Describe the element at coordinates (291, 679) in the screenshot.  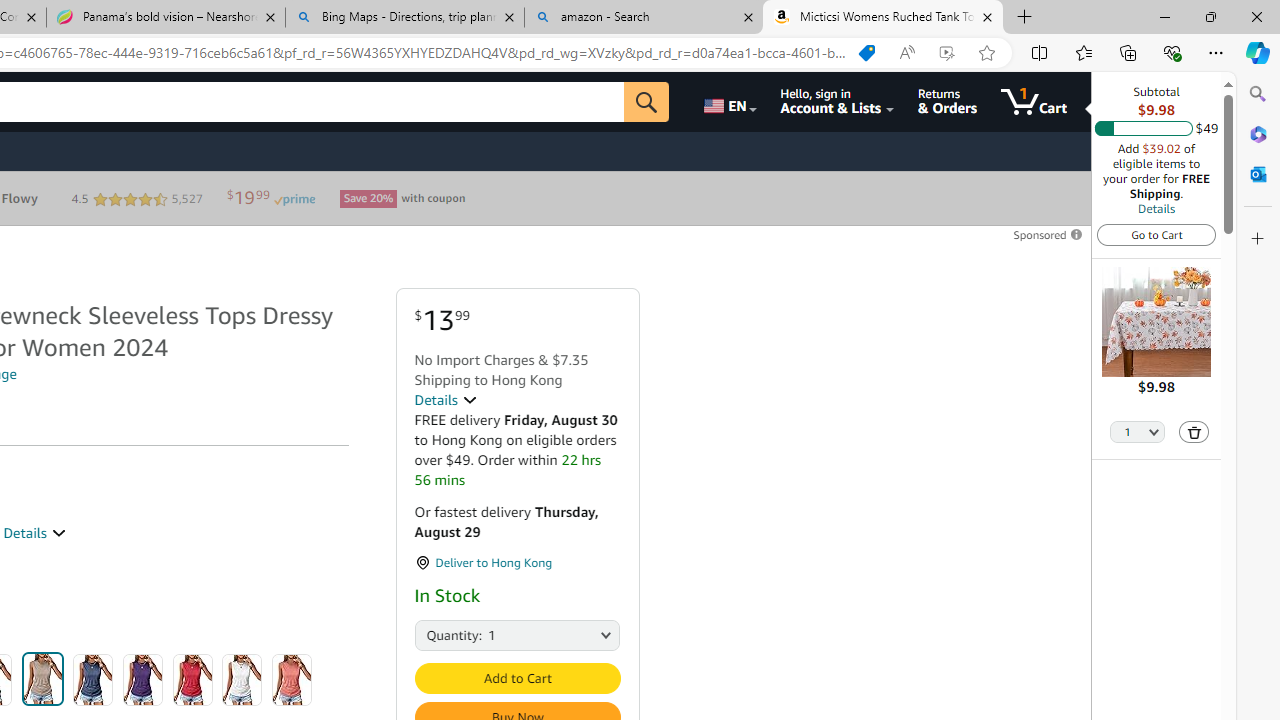
I see `'Pink'` at that location.